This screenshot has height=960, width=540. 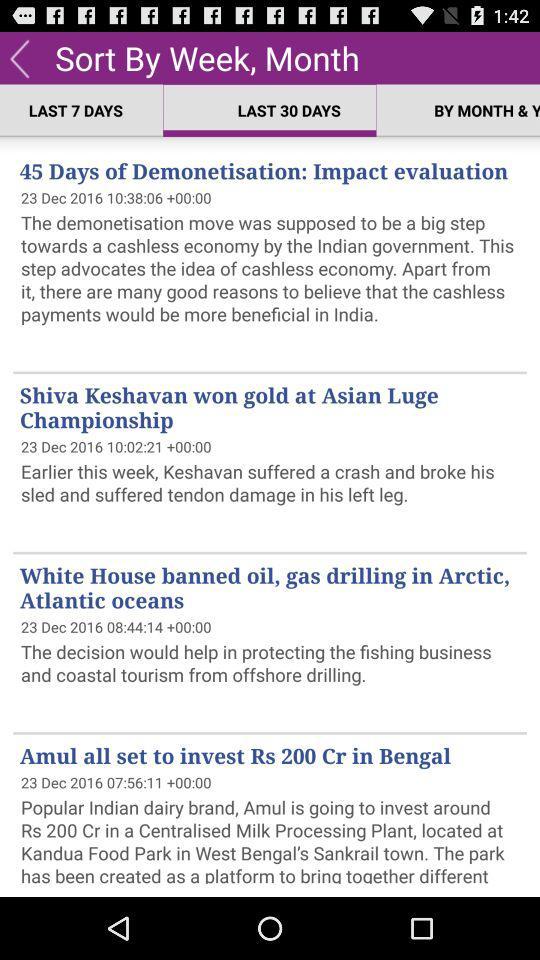 What do you see at coordinates (18, 56) in the screenshot?
I see `sort a different way` at bounding box center [18, 56].